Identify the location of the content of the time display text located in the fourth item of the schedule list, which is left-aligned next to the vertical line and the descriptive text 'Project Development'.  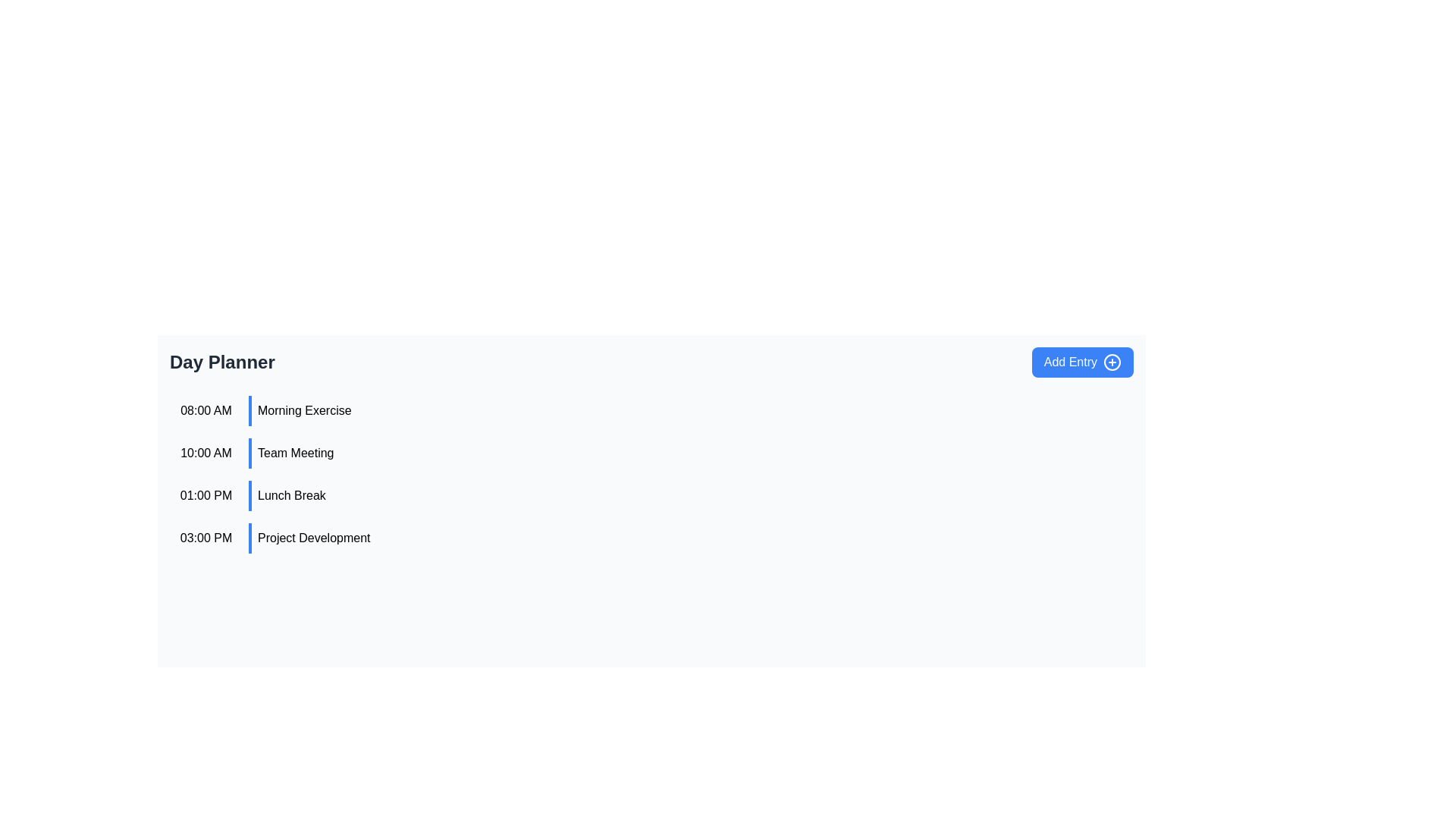
(206, 537).